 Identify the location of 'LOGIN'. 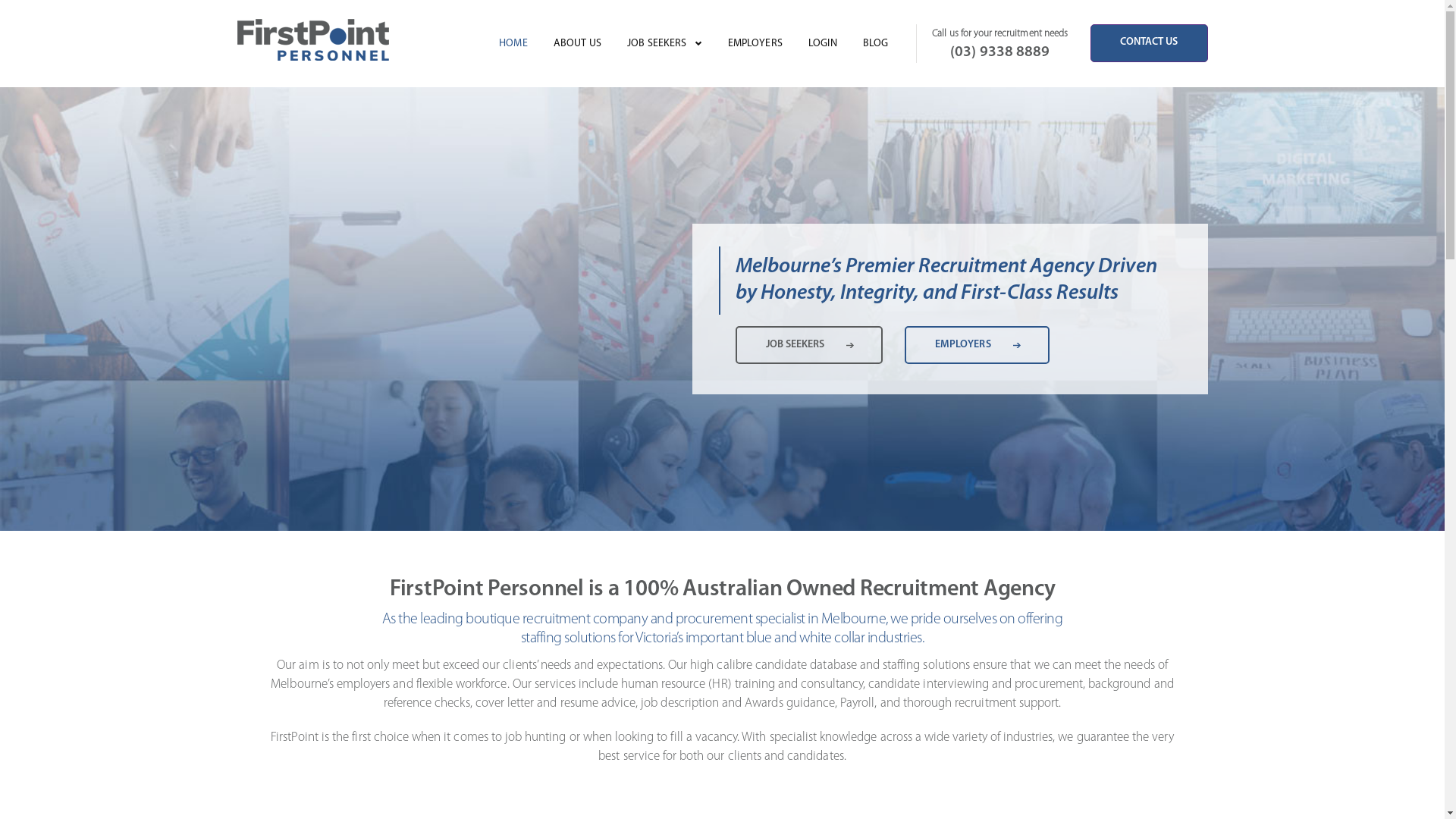
(821, 42).